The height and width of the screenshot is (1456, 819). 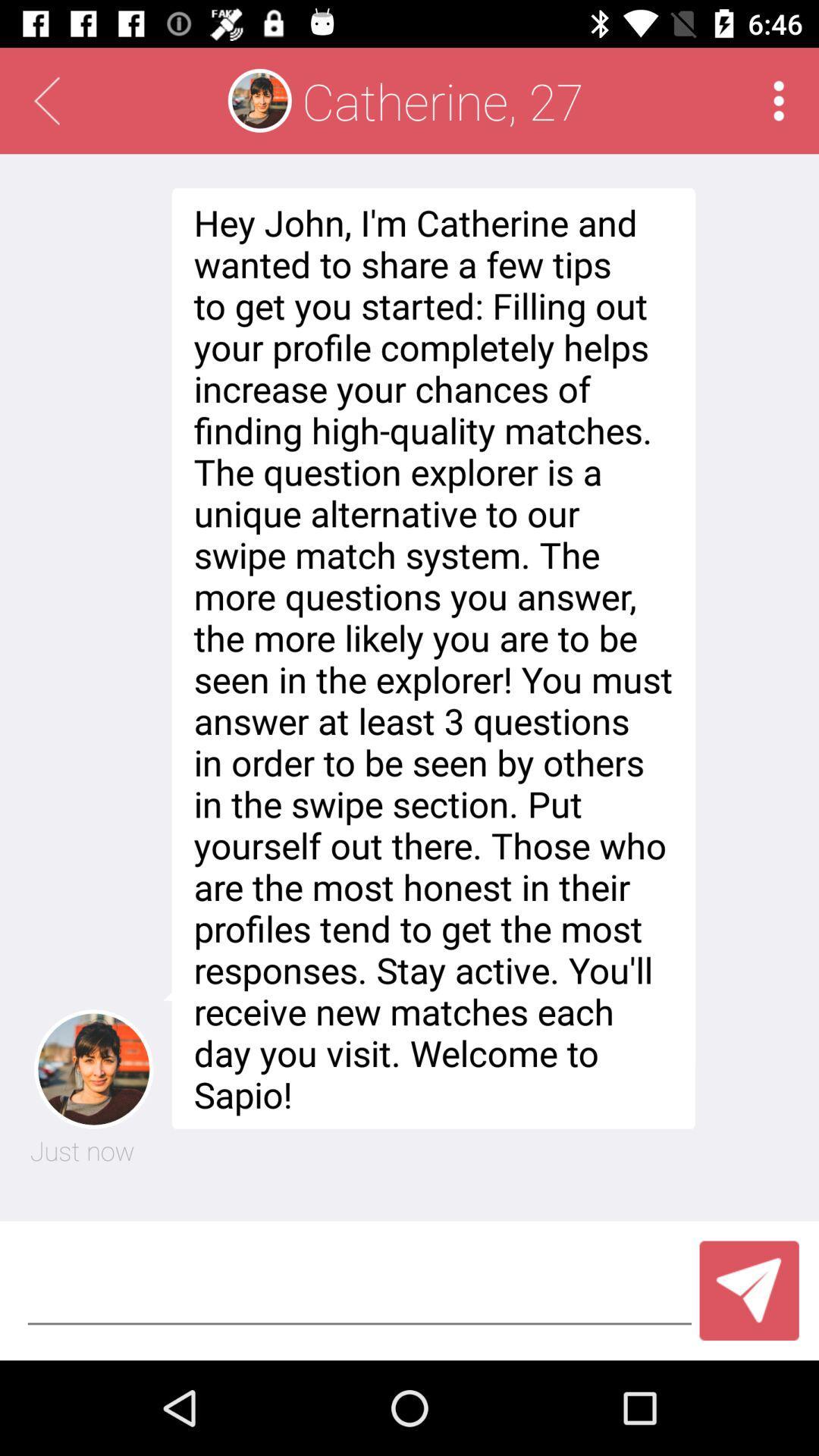 I want to click on to enable text field, so click(x=359, y=1290).